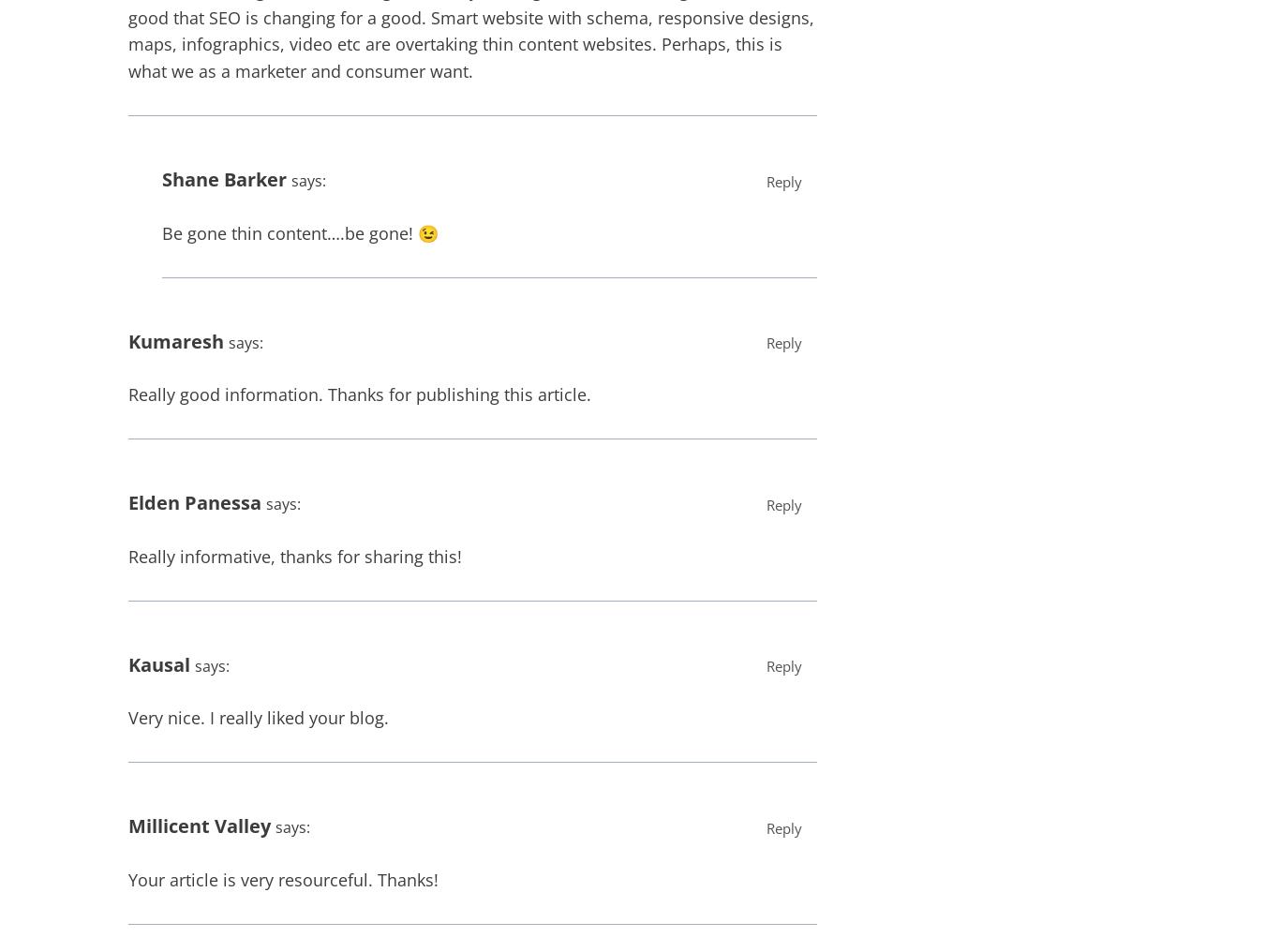 Image resolution: width=1280 pixels, height=952 pixels. What do you see at coordinates (300, 232) in the screenshot?
I see `'Be gone thin content….be gone! 😉'` at bounding box center [300, 232].